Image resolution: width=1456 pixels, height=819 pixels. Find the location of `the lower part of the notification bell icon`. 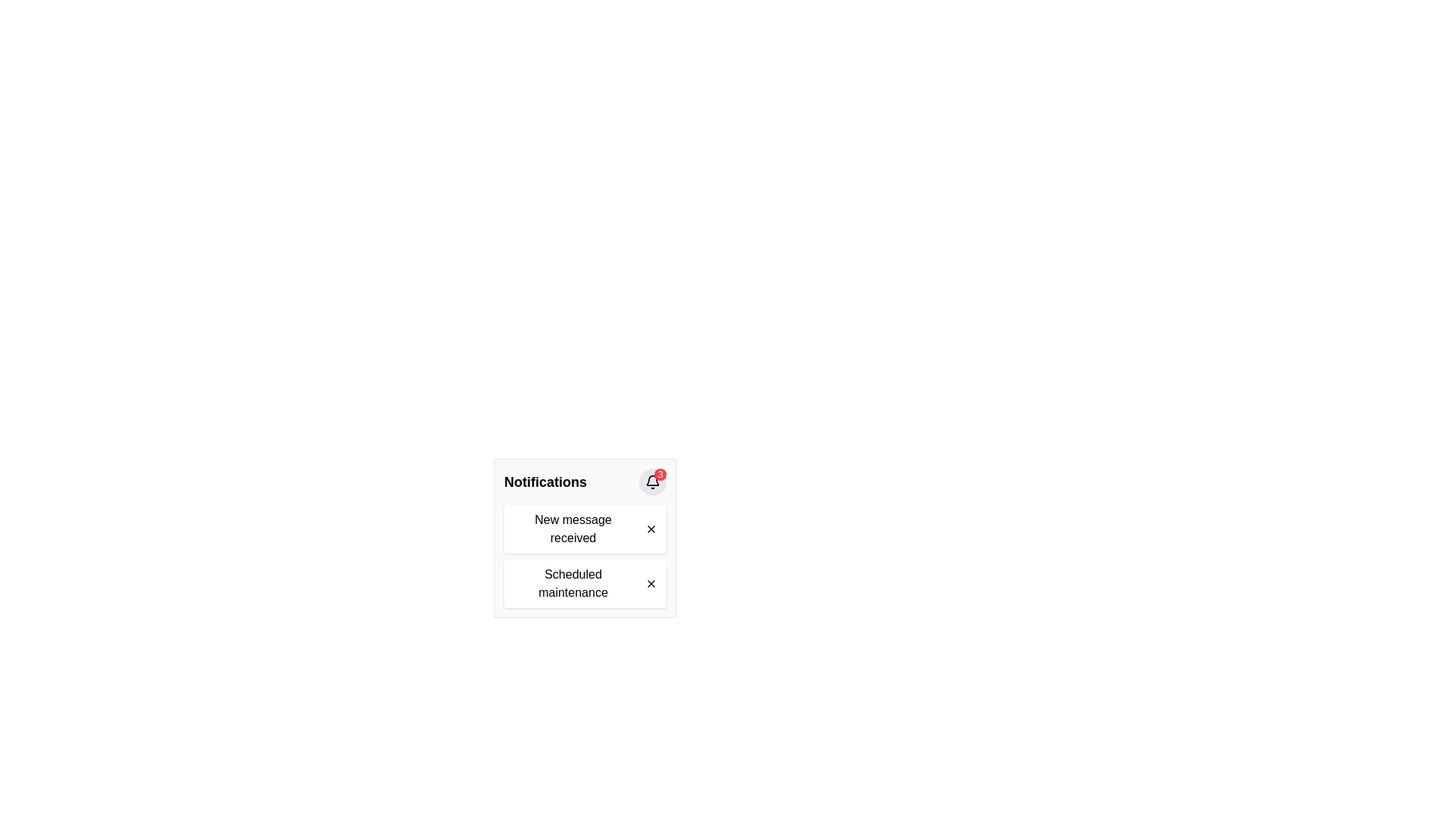

the lower part of the notification bell icon is located at coordinates (652, 480).